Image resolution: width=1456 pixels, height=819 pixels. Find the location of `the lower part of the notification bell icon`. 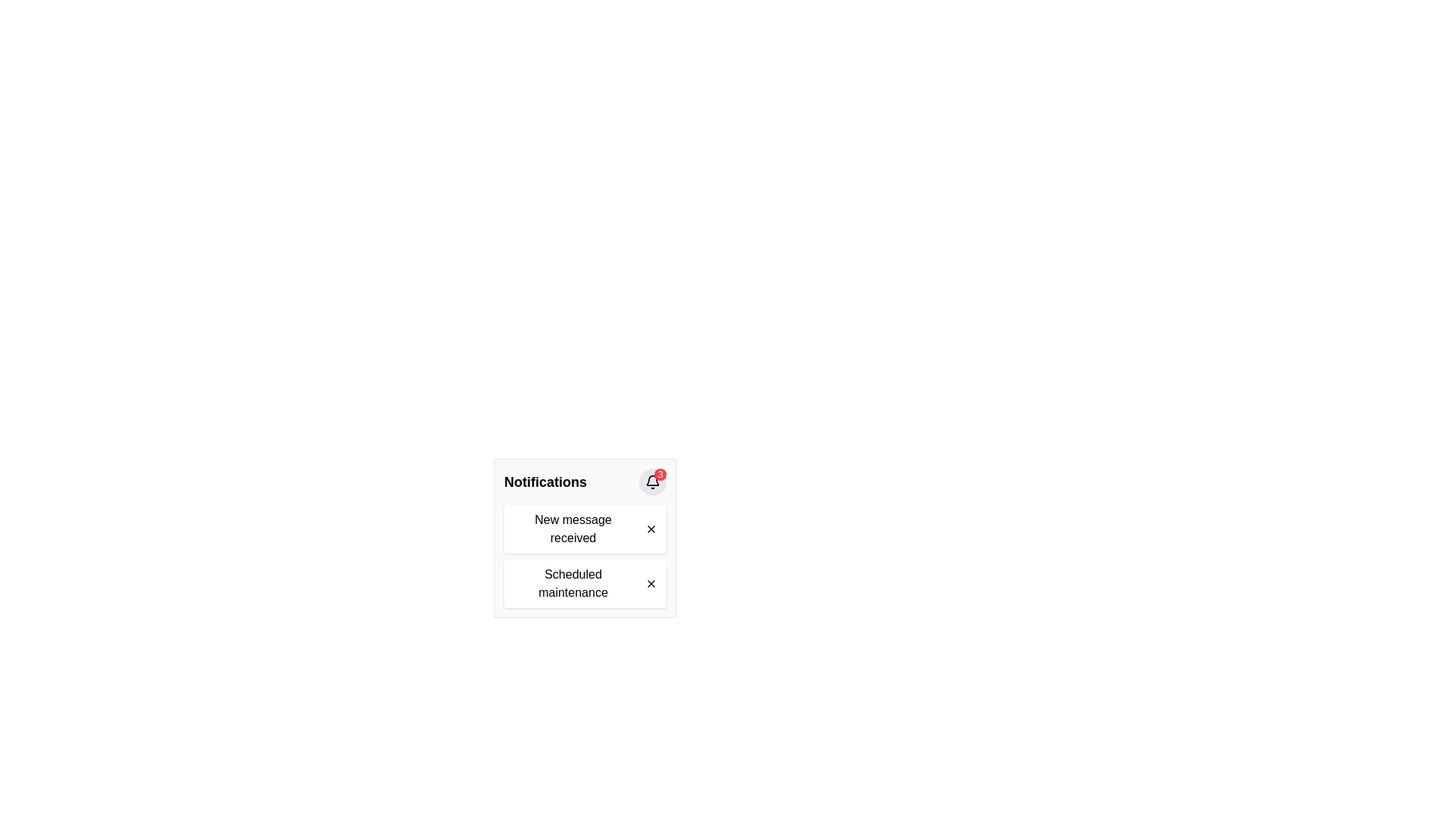

the lower part of the notification bell icon is located at coordinates (652, 480).